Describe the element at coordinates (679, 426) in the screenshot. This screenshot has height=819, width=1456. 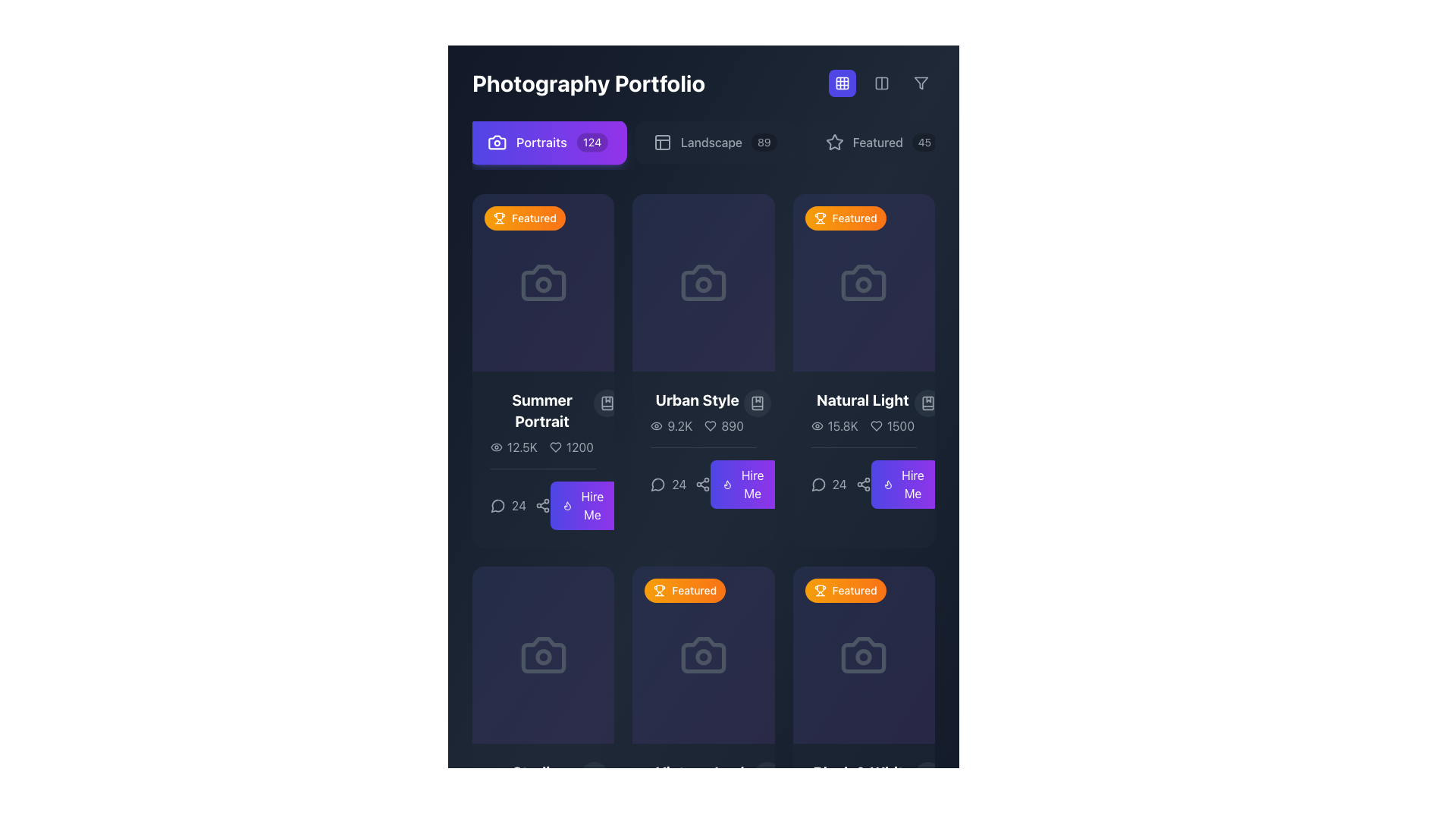
I see `the text label displaying '9.2K' located in the second card labeled 'Urban Style' to the right of the eye icon` at that location.